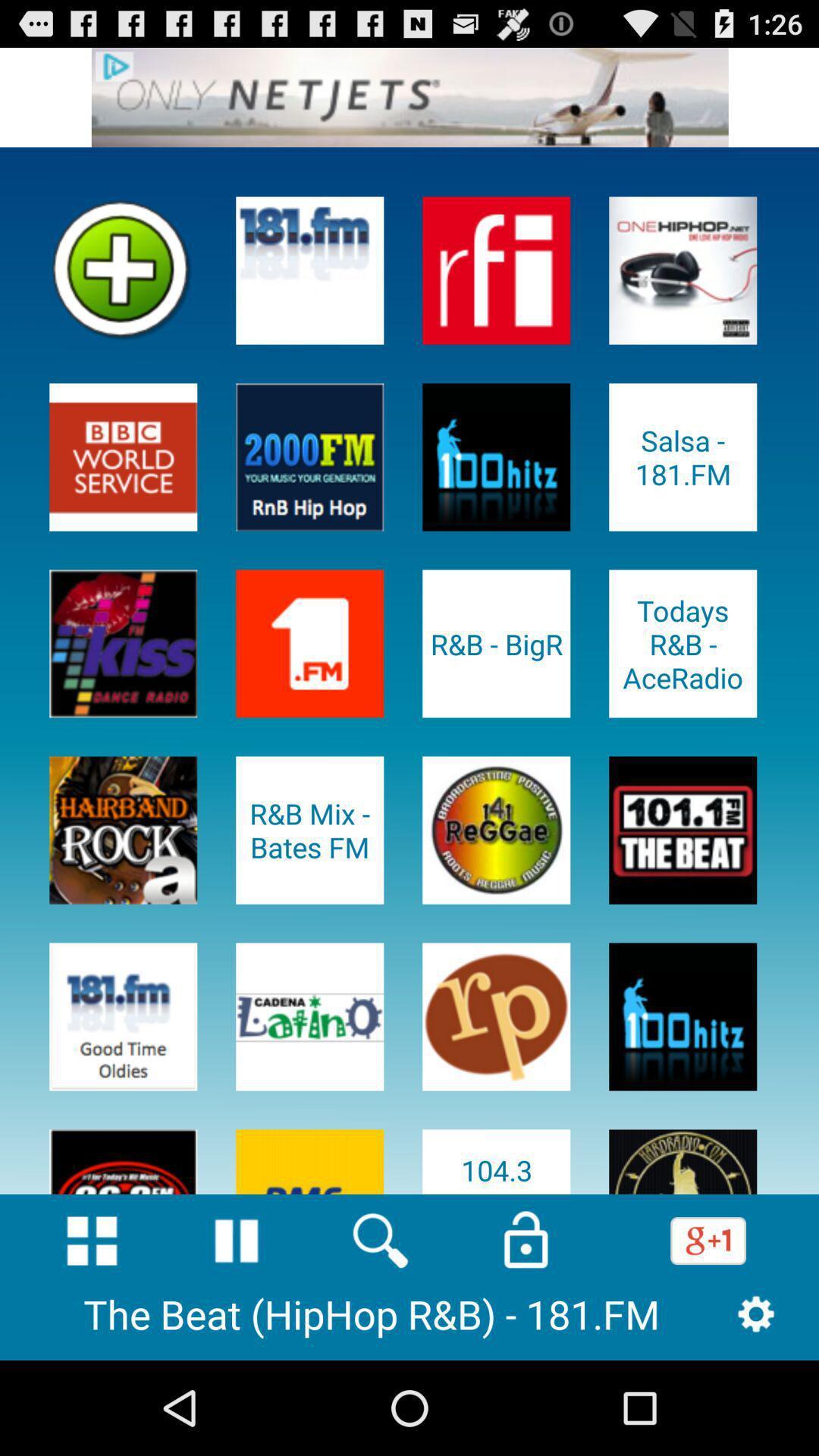 The height and width of the screenshot is (1456, 819). What do you see at coordinates (92, 1327) in the screenshot?
I see `the dashboard icon` at bounding box center [92, 1327].